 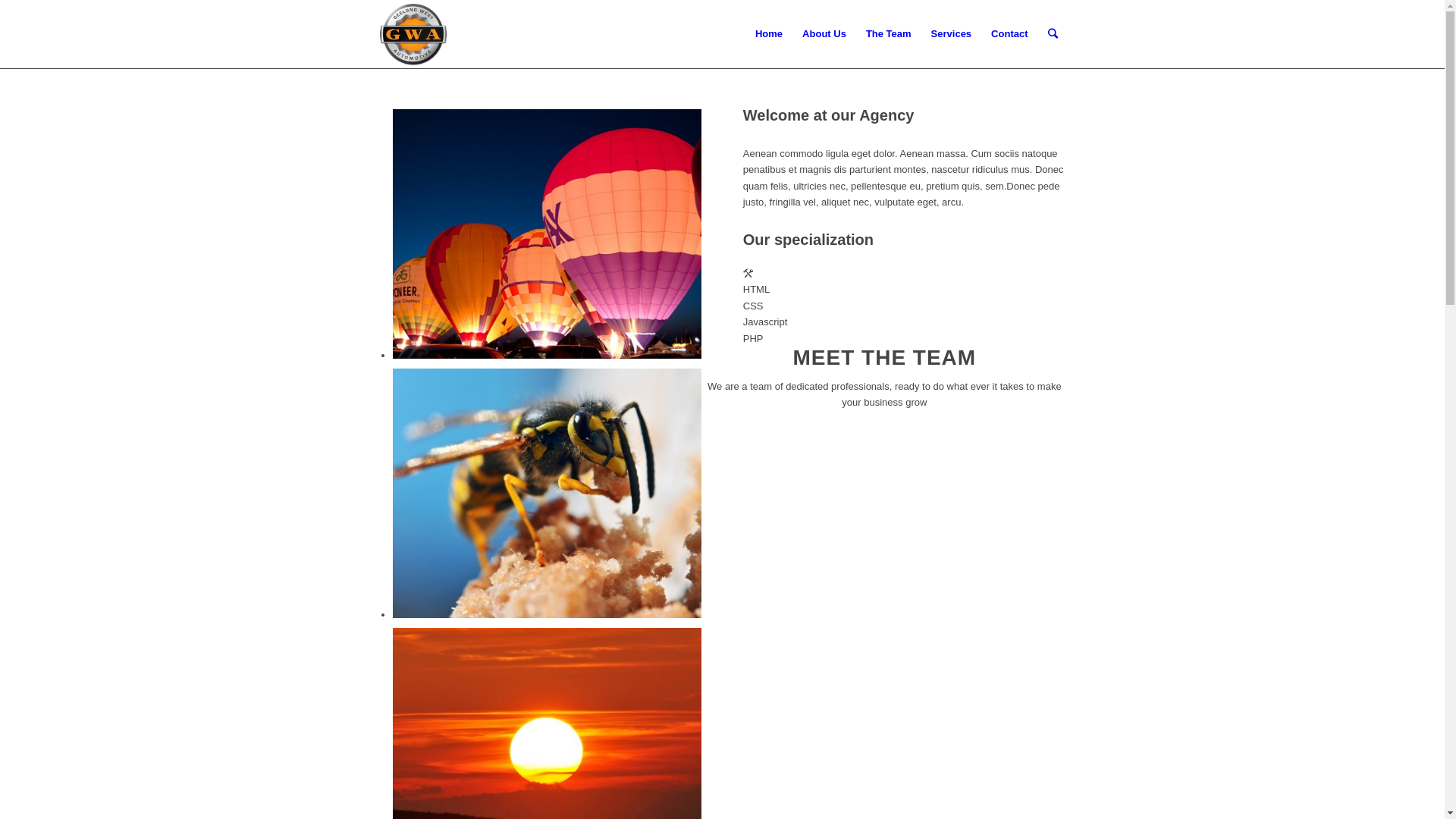 I want to click on 'The Team', so click(x=888, y=34).